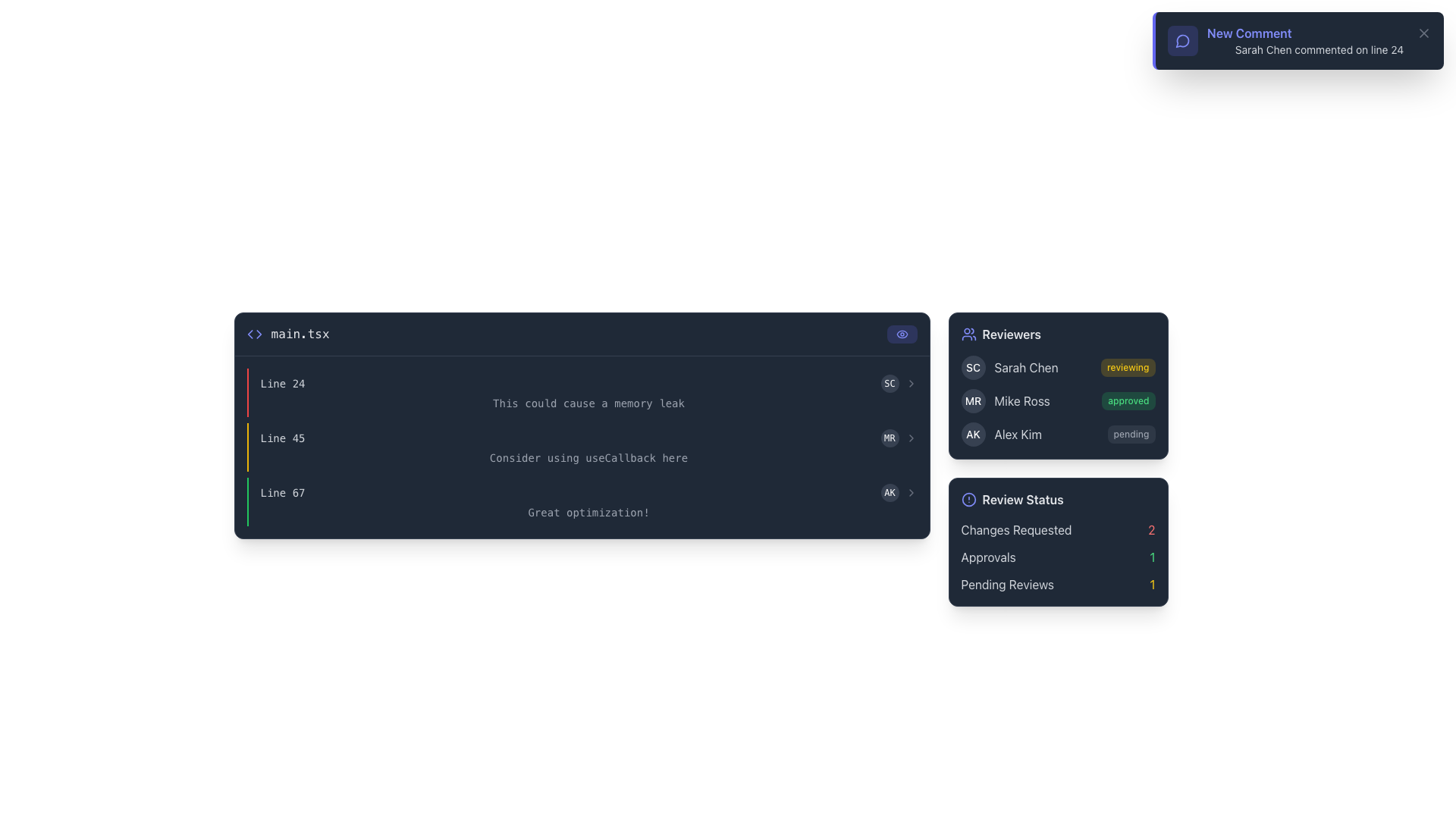 Image resolution: width=1456 pixels, height=819 pixels. What do you see at coordinates (1057, 557) in the screenshot?
I see `the Text block displaying review statuses such as 'Changes Requested', 'Approvals', and 'Pending Reviews' with numerical indicators in red, green, and yellow, located under the 'Review Status' heading` at bounding box center [1057, 557].